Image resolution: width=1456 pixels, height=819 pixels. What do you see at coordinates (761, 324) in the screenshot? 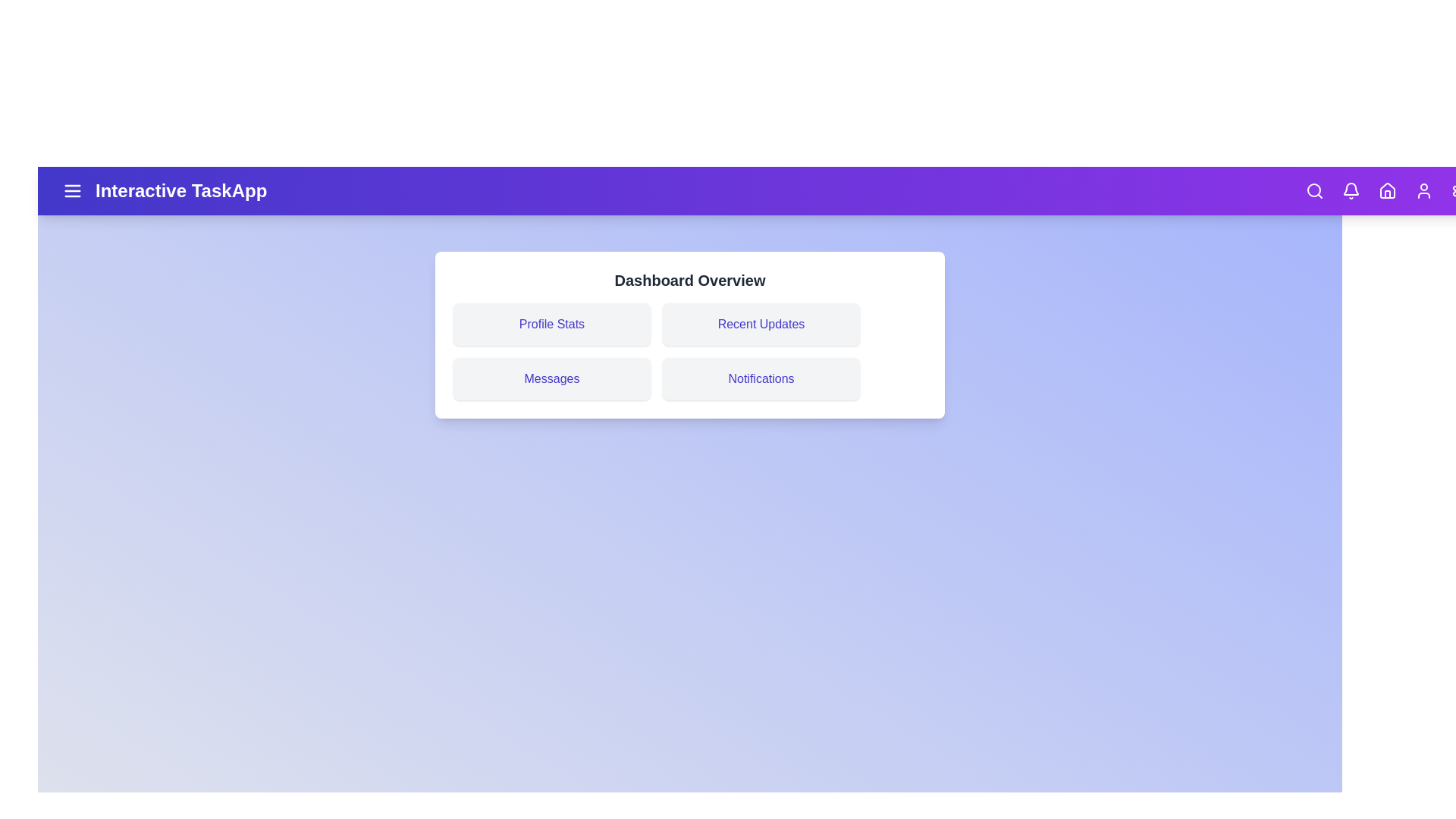
I see `the 'Recent Updates' section` at bounding box center [761, 324].